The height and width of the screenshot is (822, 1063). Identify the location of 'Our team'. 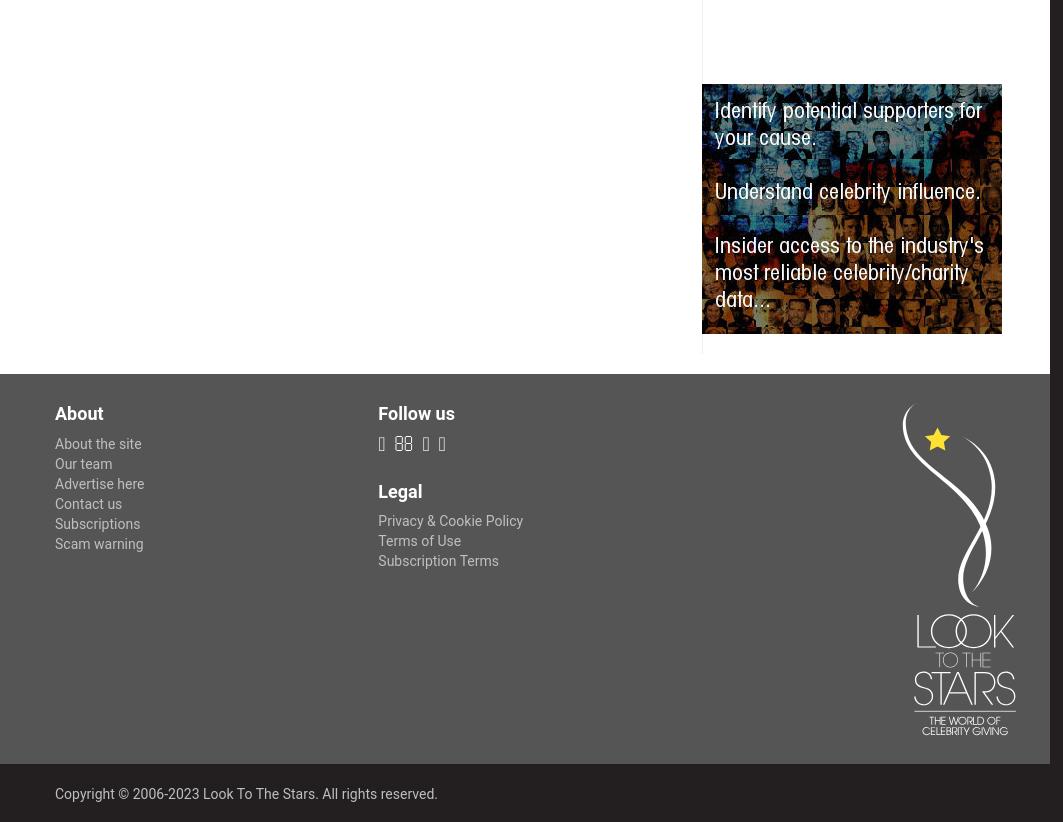
(83, 463).